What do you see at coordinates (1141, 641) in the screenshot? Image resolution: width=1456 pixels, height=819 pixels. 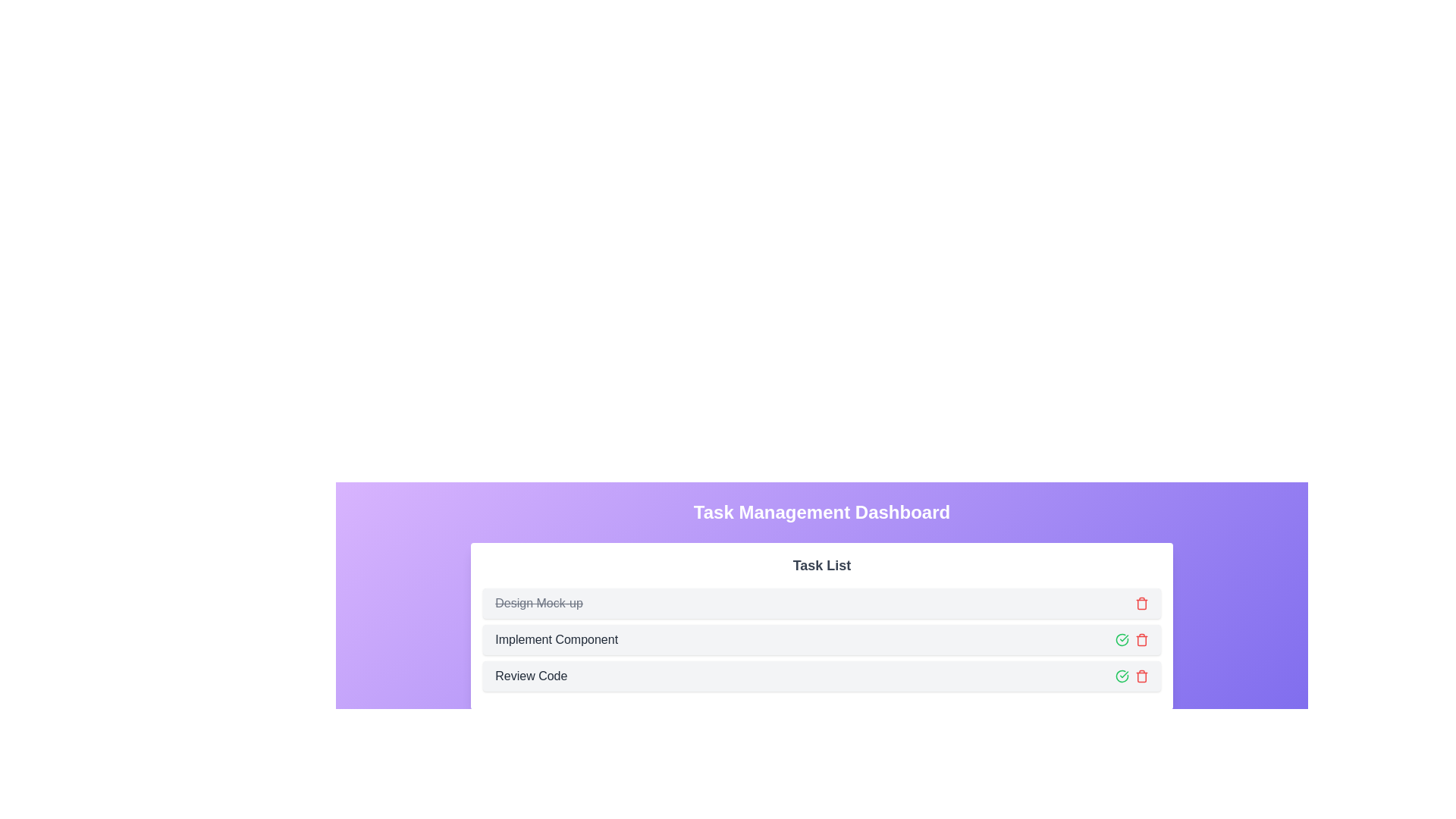 I see `the middle rectangular body of the trash can icon, which is part of a minimalist design with straight edges, located on the right side of each list item` at bounding box center [1141, 641].